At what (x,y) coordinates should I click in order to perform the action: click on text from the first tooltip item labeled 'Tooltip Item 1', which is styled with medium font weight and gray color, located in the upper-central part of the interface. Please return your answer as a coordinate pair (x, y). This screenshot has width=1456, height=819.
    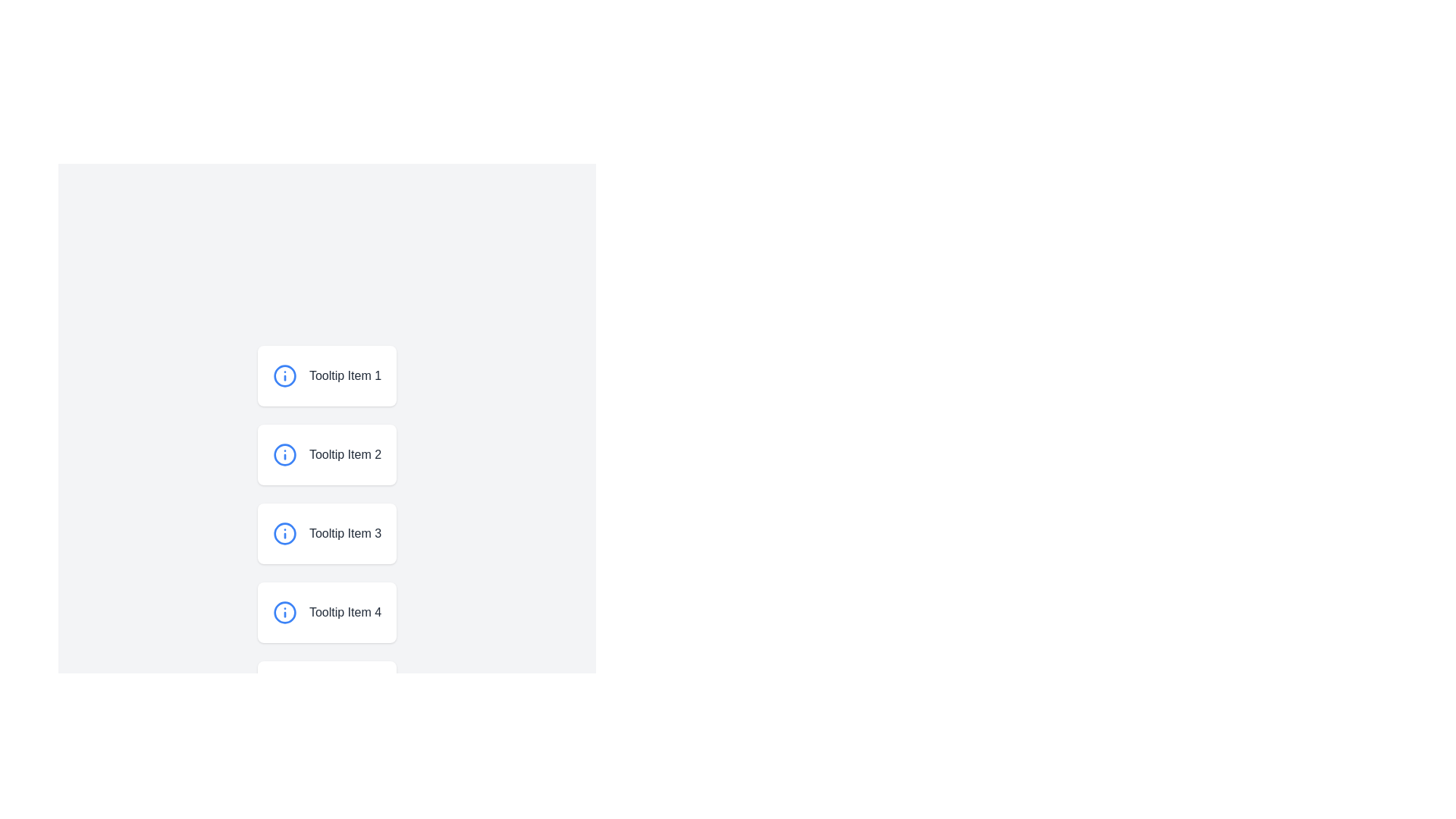
    Looking at the image, I should click on (338, 375).